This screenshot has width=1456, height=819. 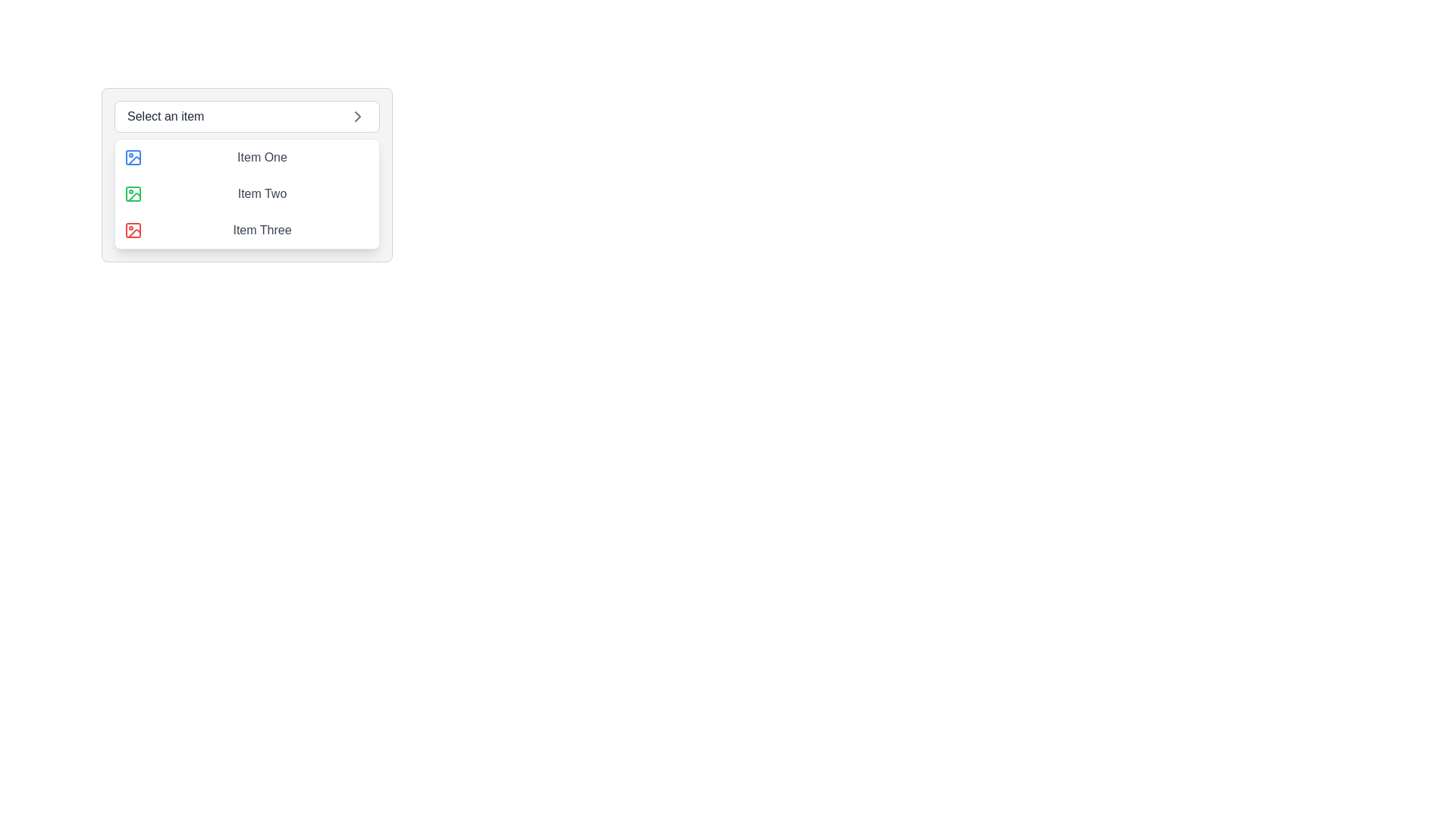 I want to click on the text label 'Item Three' in the dropdown menu, so click(x=262, y=231).